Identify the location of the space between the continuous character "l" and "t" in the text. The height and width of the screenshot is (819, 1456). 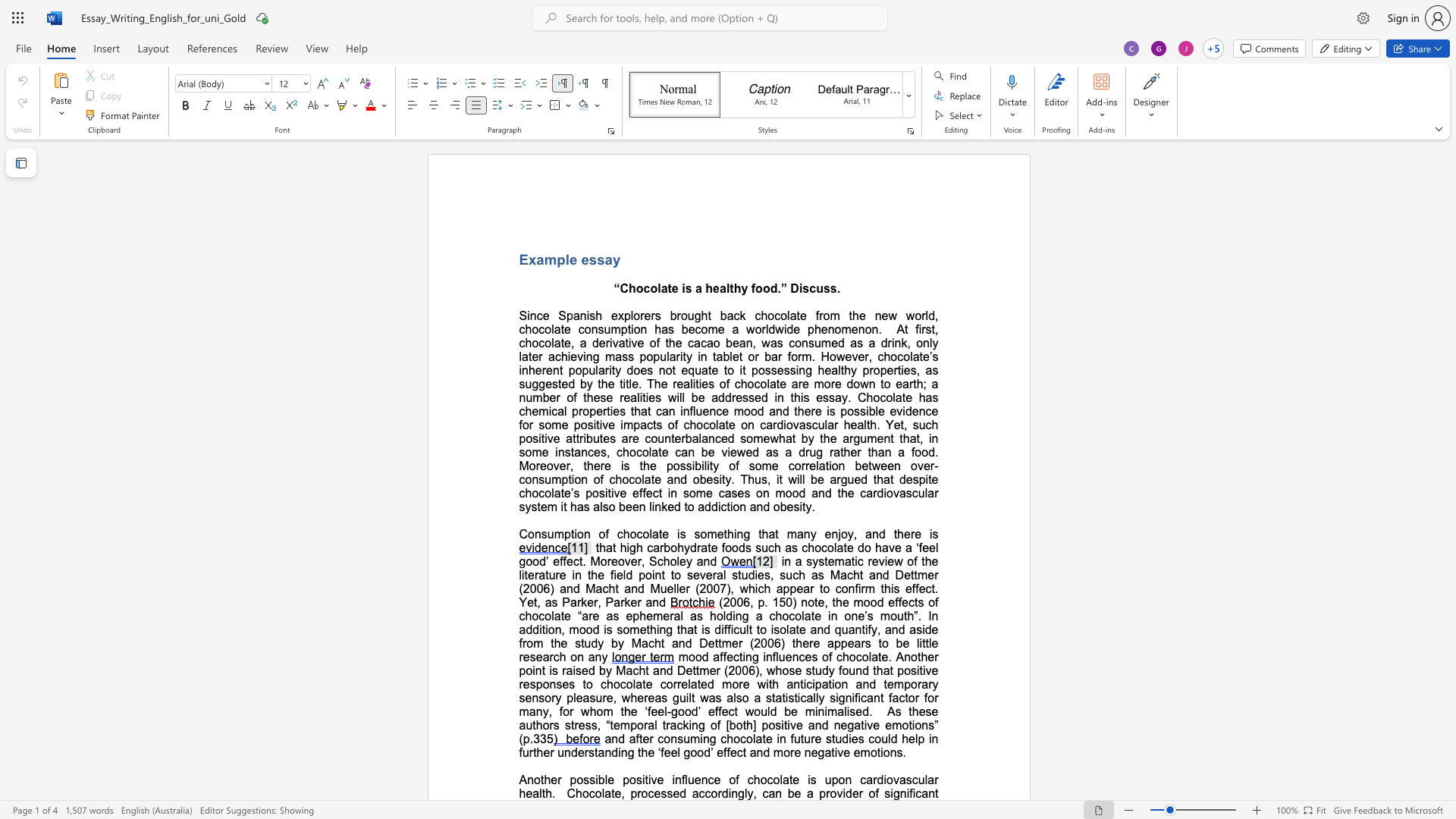
(542, 792).